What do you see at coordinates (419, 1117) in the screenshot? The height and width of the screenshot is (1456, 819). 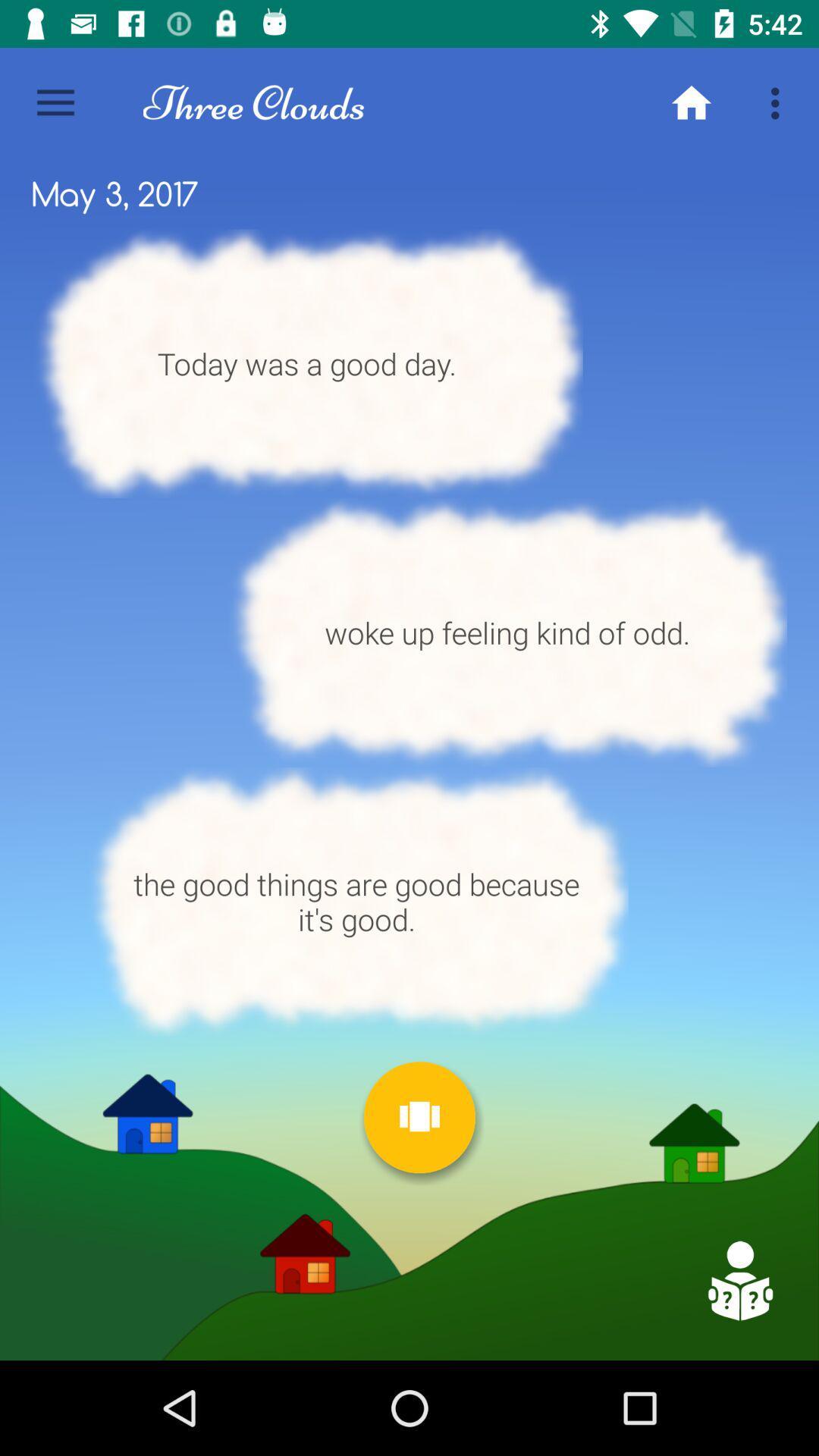 I see `see more` at bounding box center [419, 1117].